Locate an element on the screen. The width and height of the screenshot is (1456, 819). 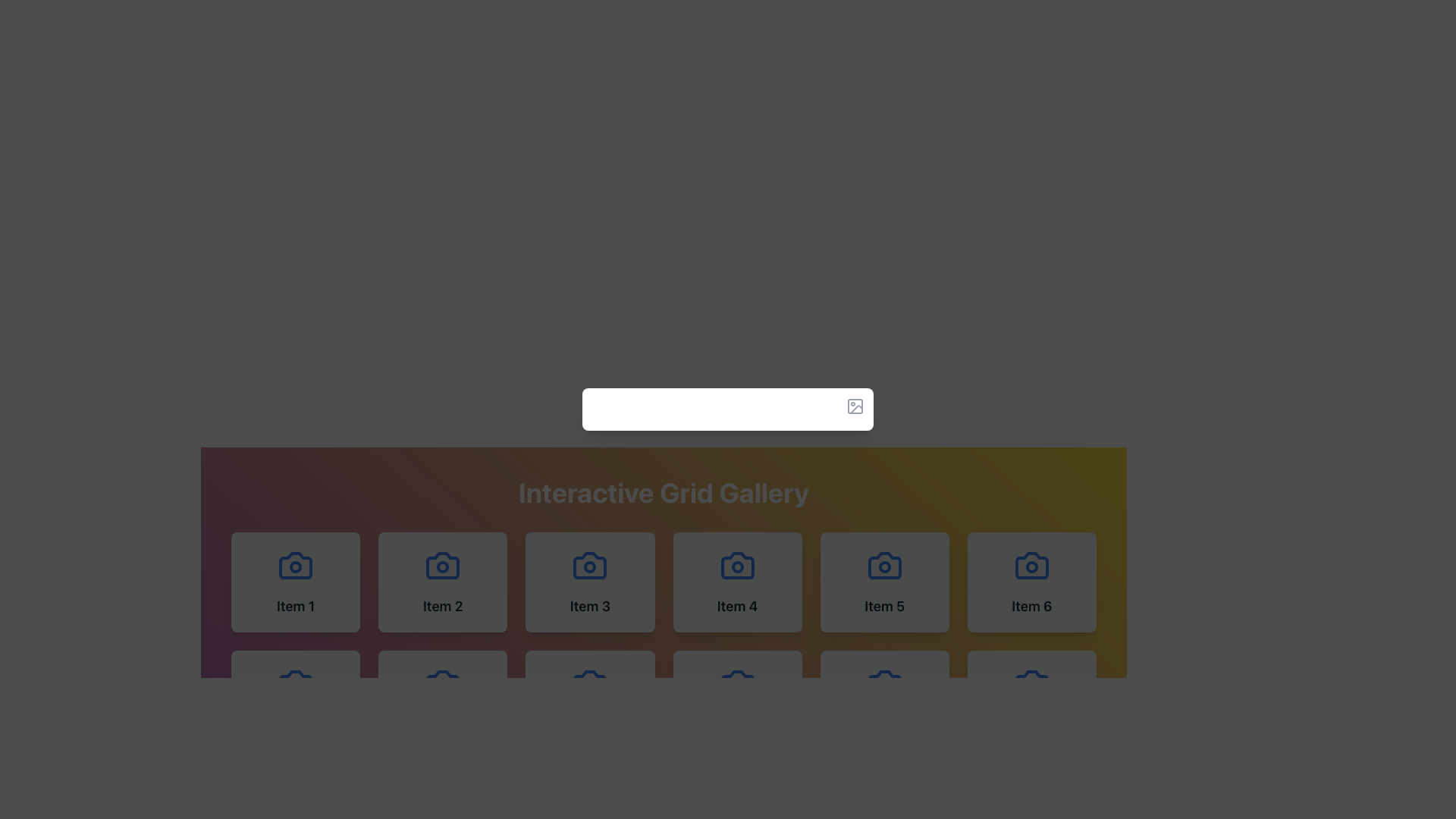
the decorative icon representing photography or a camera, located near the top of the box labeled 'Item 2', which is horizontally centered within this box is located at coordinates (442, 565).